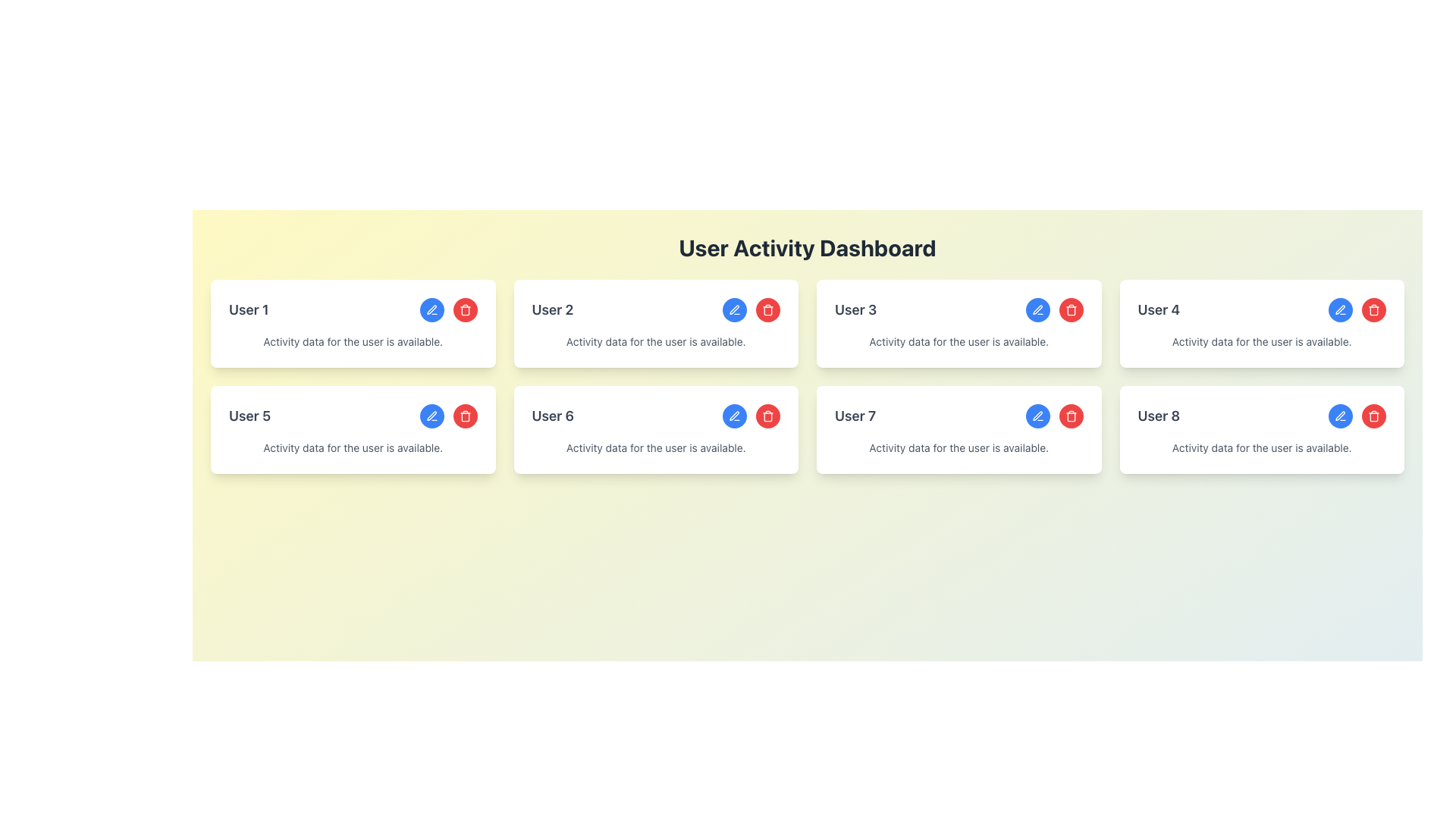 Image resolution: width=1456 pixels, height=819 pixels. I want to click on the pen icon button located in the action button area of the 'User 3' card, so click(1037, 309).